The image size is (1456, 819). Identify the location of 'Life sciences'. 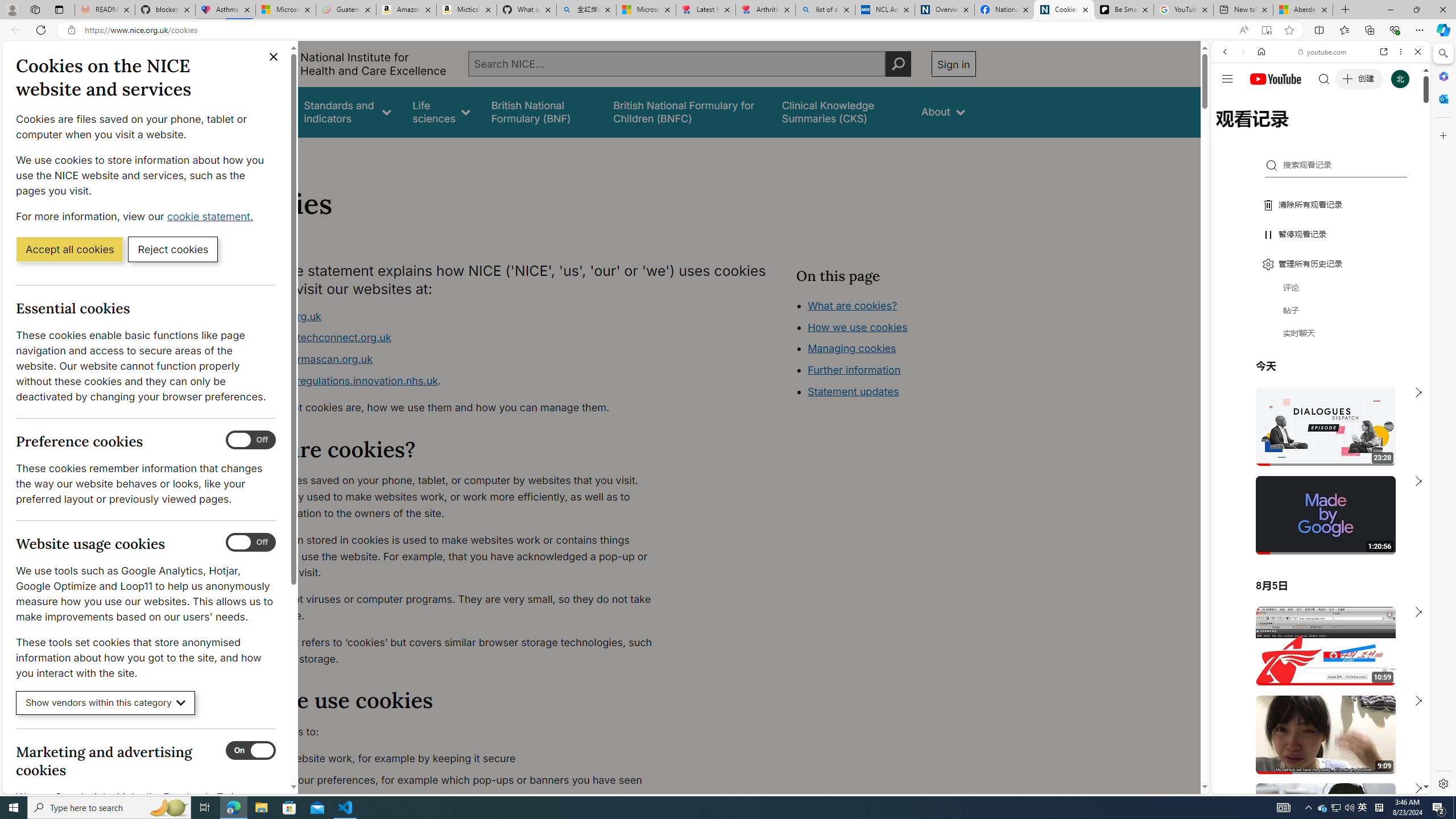
(440, 111).